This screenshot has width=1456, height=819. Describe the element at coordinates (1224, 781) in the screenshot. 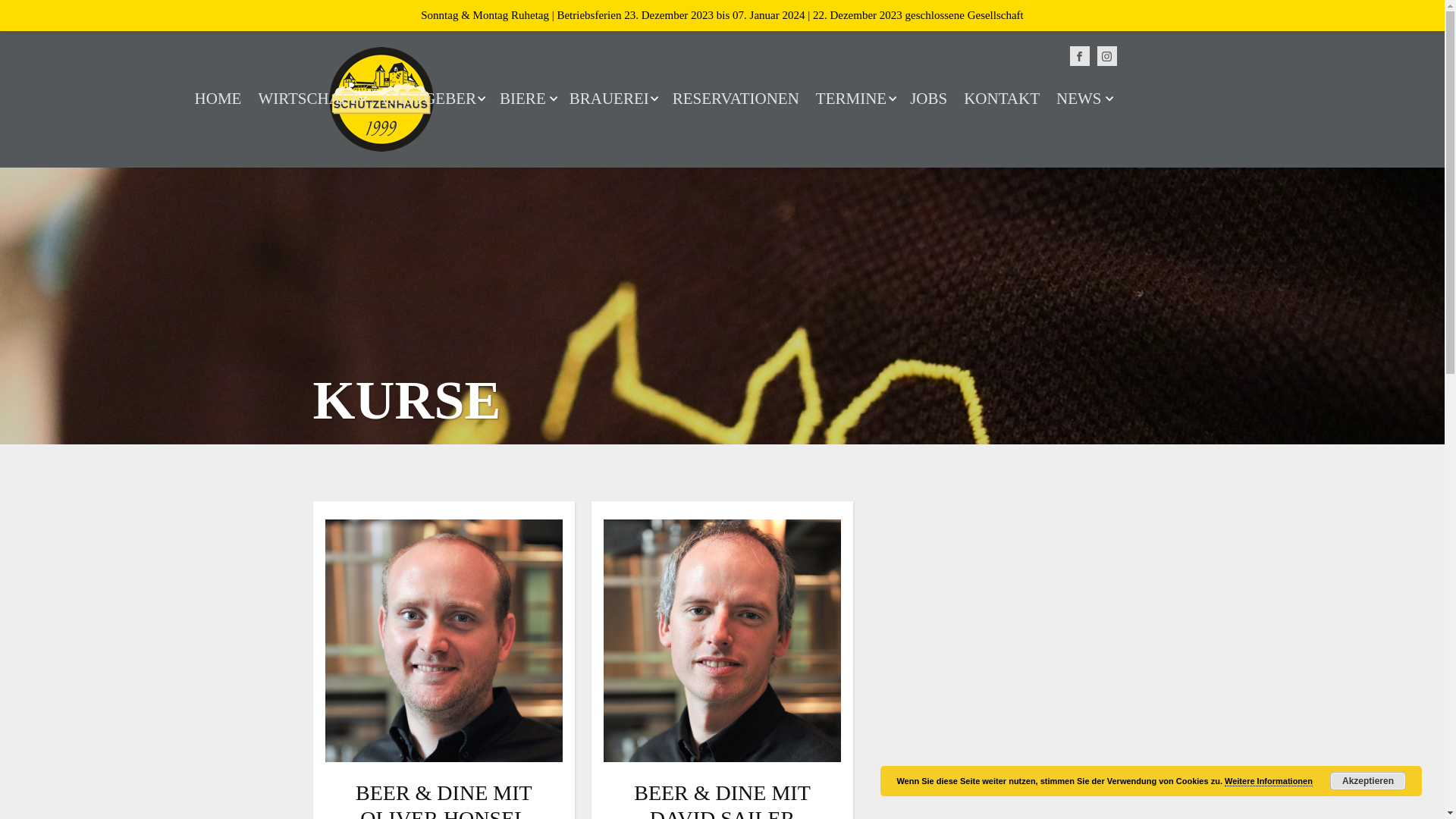

I see `'Weitere Informationen'` at that location.